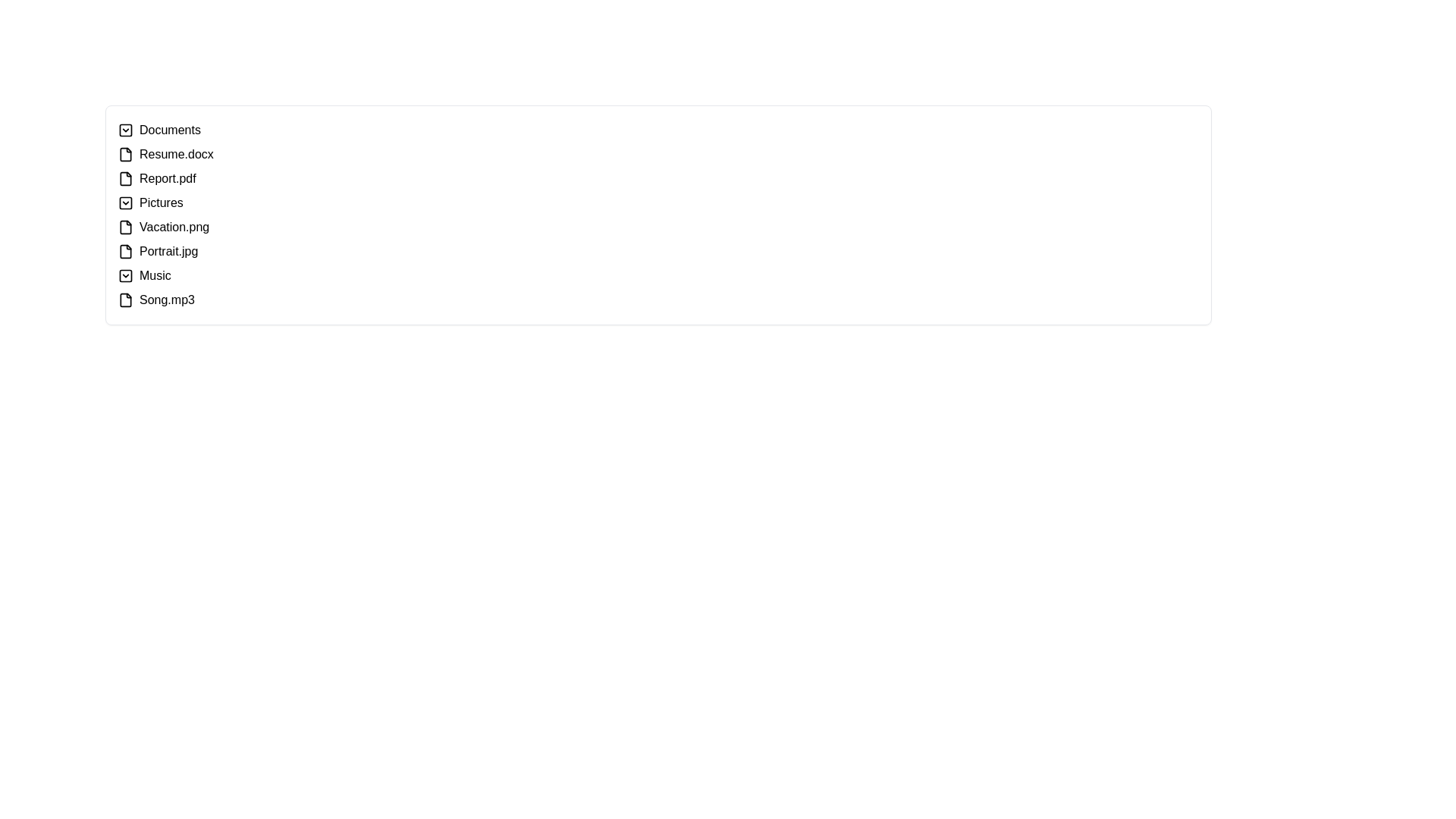  Describe the element at coordinates (126, 227) in the screenshot. I see `the icon representing the file type for 'Vacation.png'` at that location.